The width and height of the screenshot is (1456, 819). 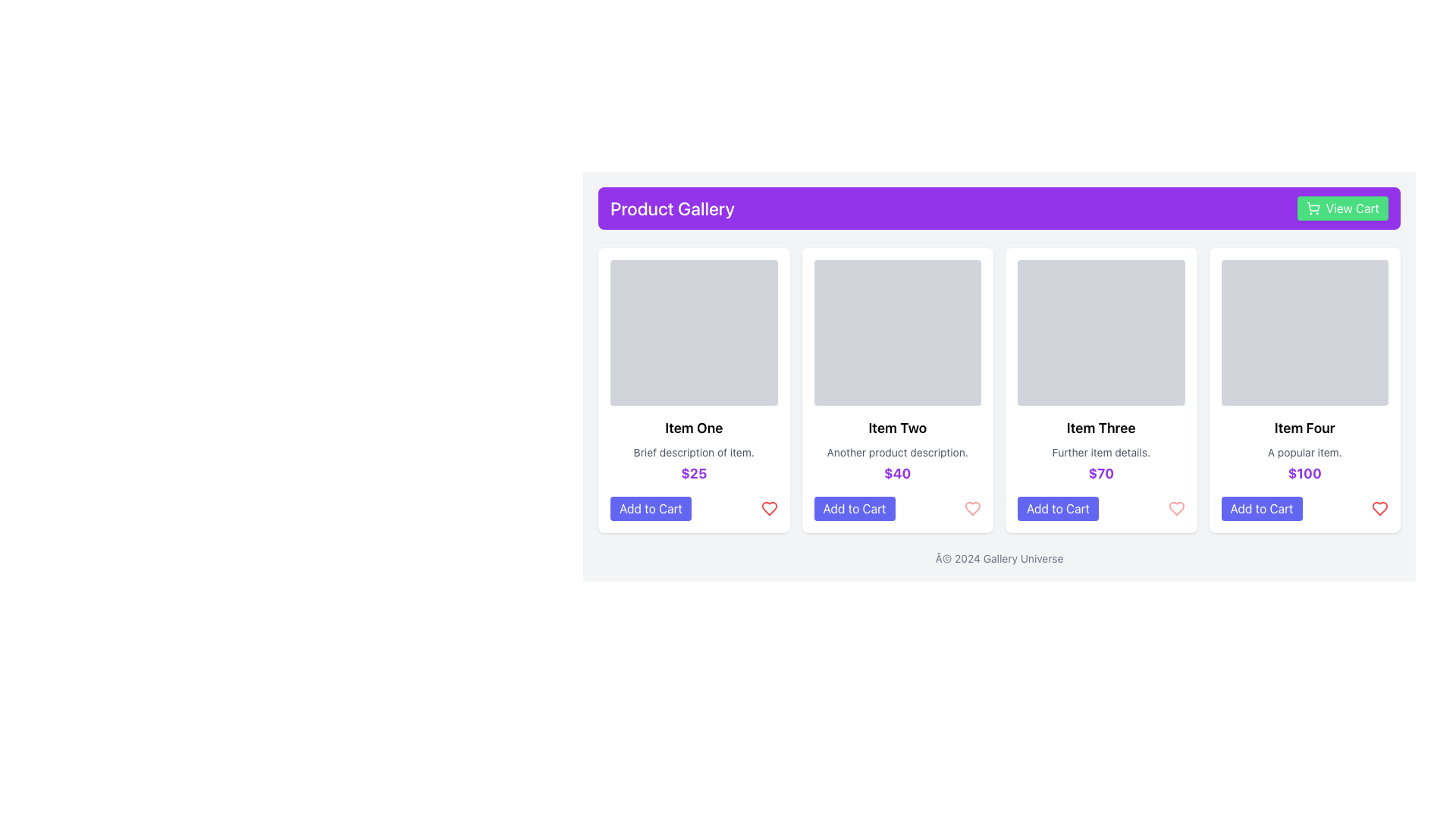 I want to click on the heart icon located below the 'Item Two' card in the product gallery, so click(x=972, y=509).